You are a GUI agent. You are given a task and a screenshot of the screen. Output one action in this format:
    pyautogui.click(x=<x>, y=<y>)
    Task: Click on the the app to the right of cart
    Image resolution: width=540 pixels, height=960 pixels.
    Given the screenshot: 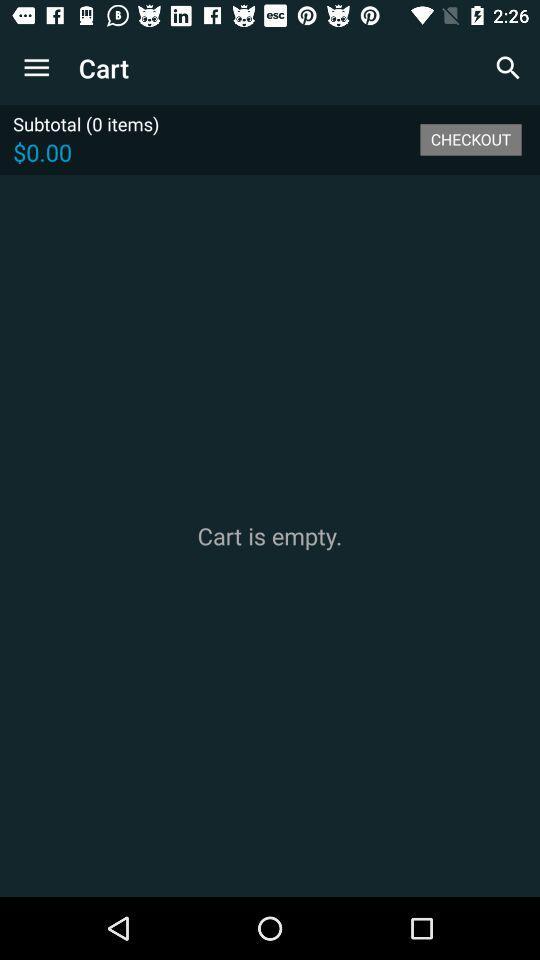 What is the action you would take?
    pyautogui.click(x=508, y=68)
    